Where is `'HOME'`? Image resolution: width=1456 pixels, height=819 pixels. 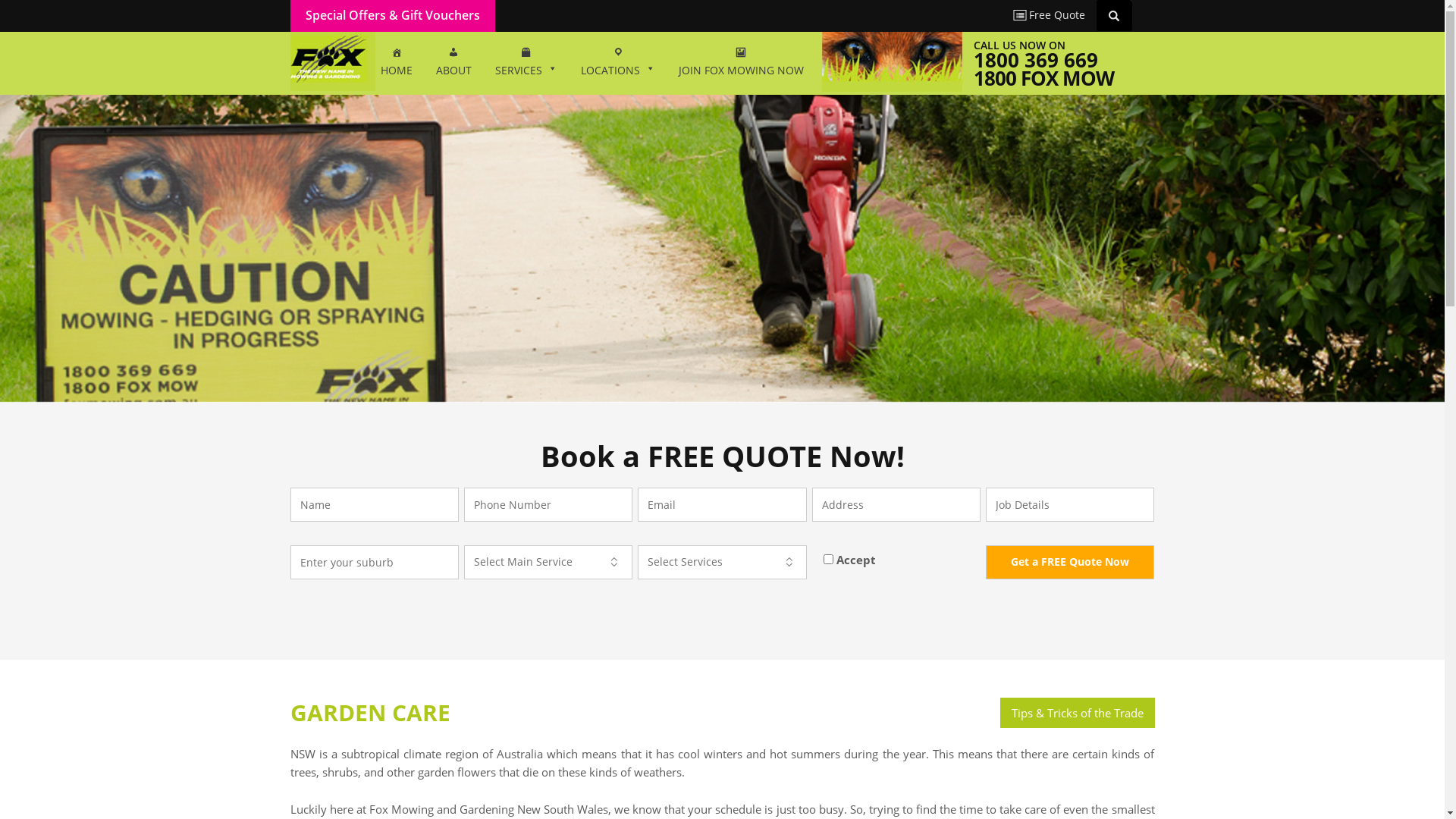 'HOME' is located at coordinates (396, 62).